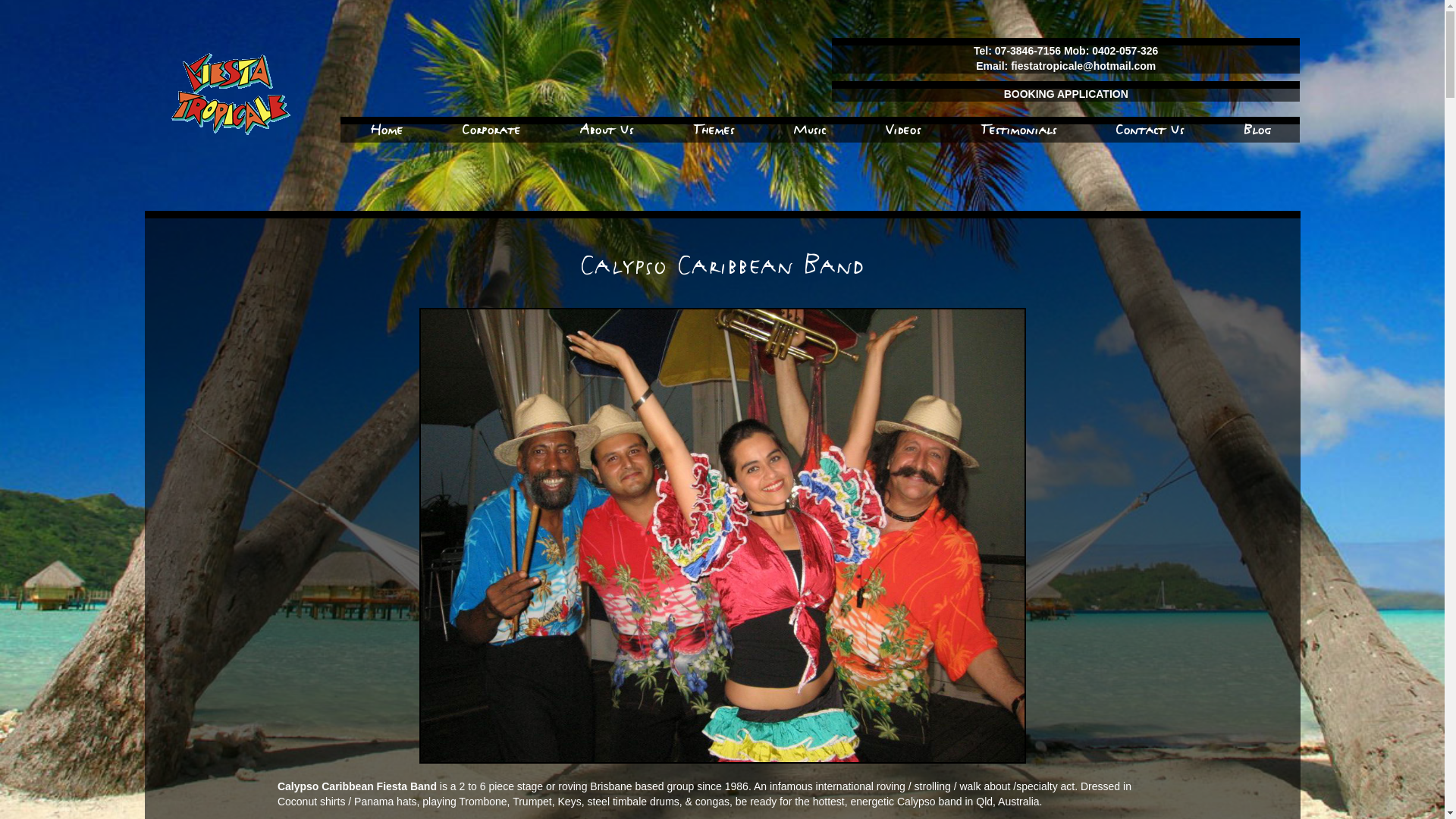  Describe the element at coordinates (461, 128) in the screenshot. I see `'Corporate'` at that location.